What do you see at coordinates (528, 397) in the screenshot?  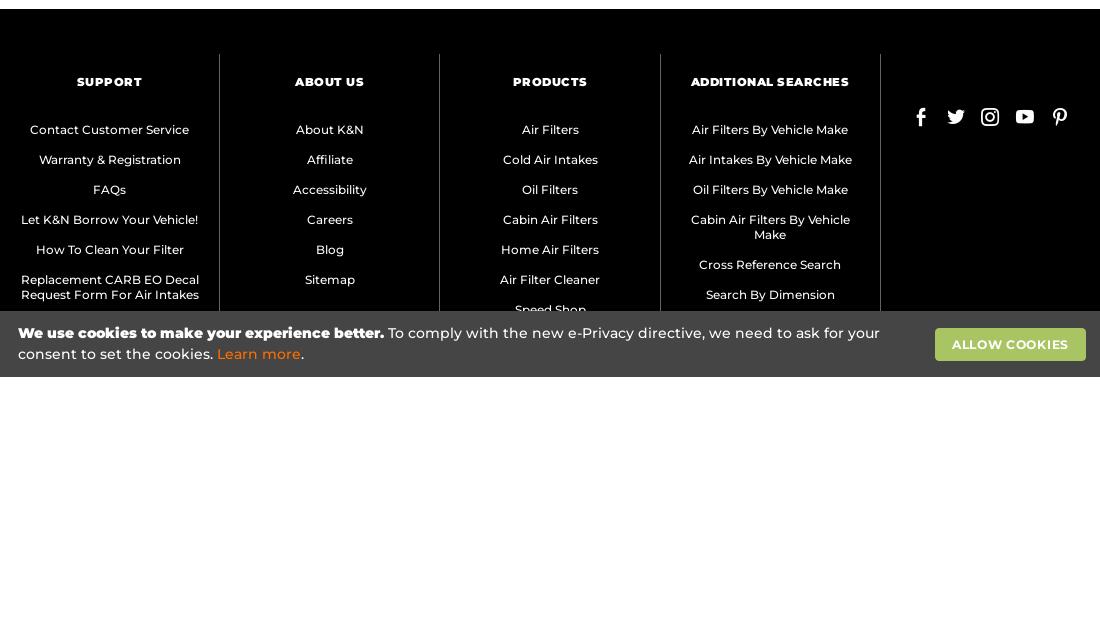 I see `'Marine'` at bounding box center [528, 397].